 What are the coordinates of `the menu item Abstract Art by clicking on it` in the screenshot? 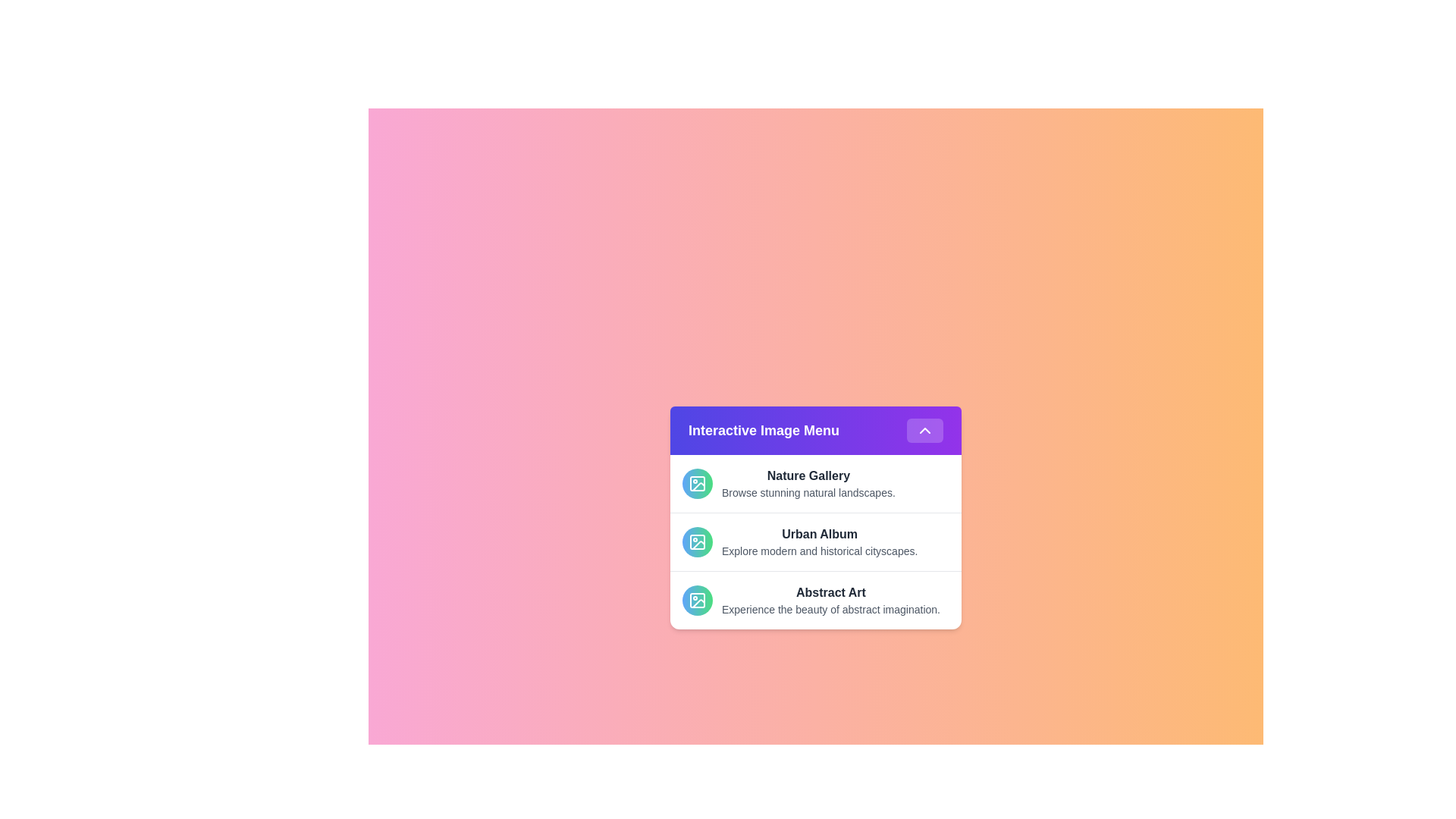 It's located at (814, 598).